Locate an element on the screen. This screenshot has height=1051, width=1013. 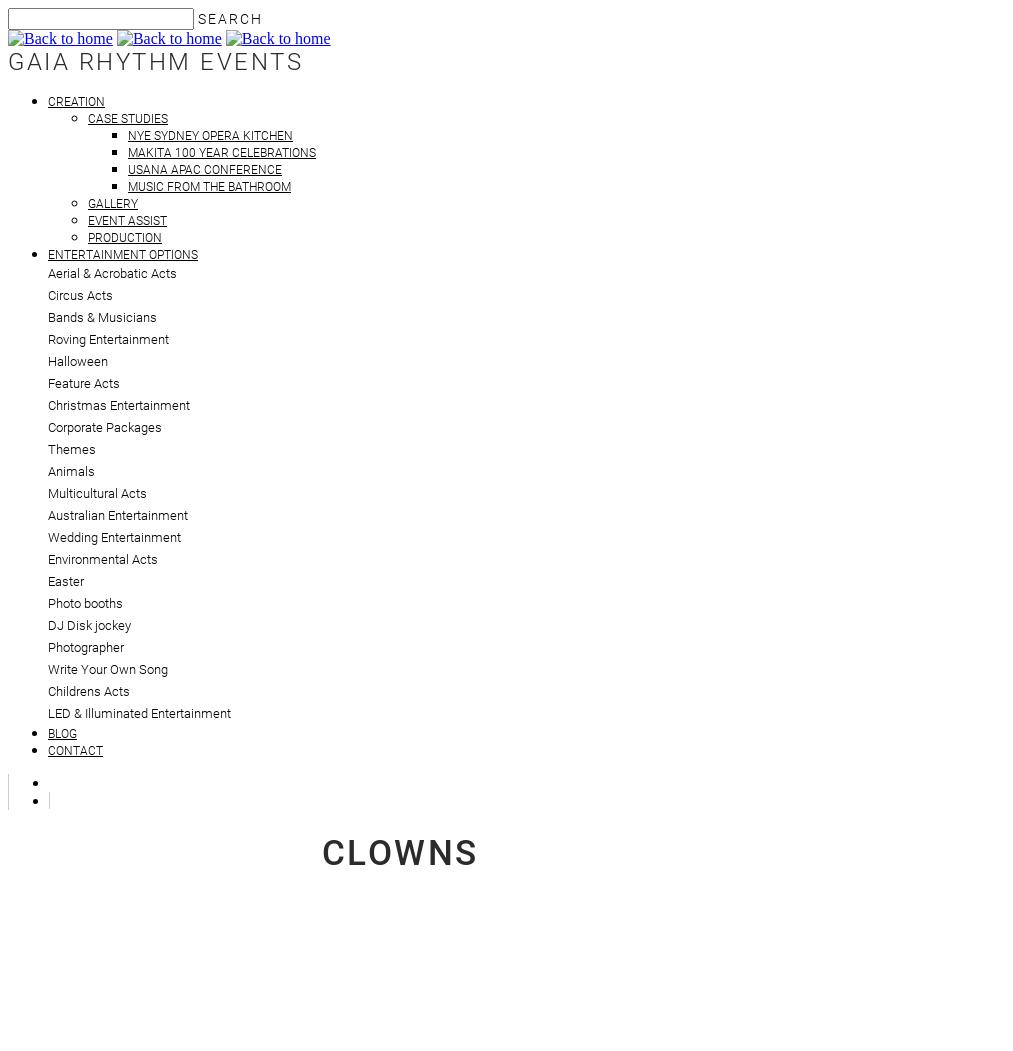
'Gallery' is located at coordinates (87, 202).